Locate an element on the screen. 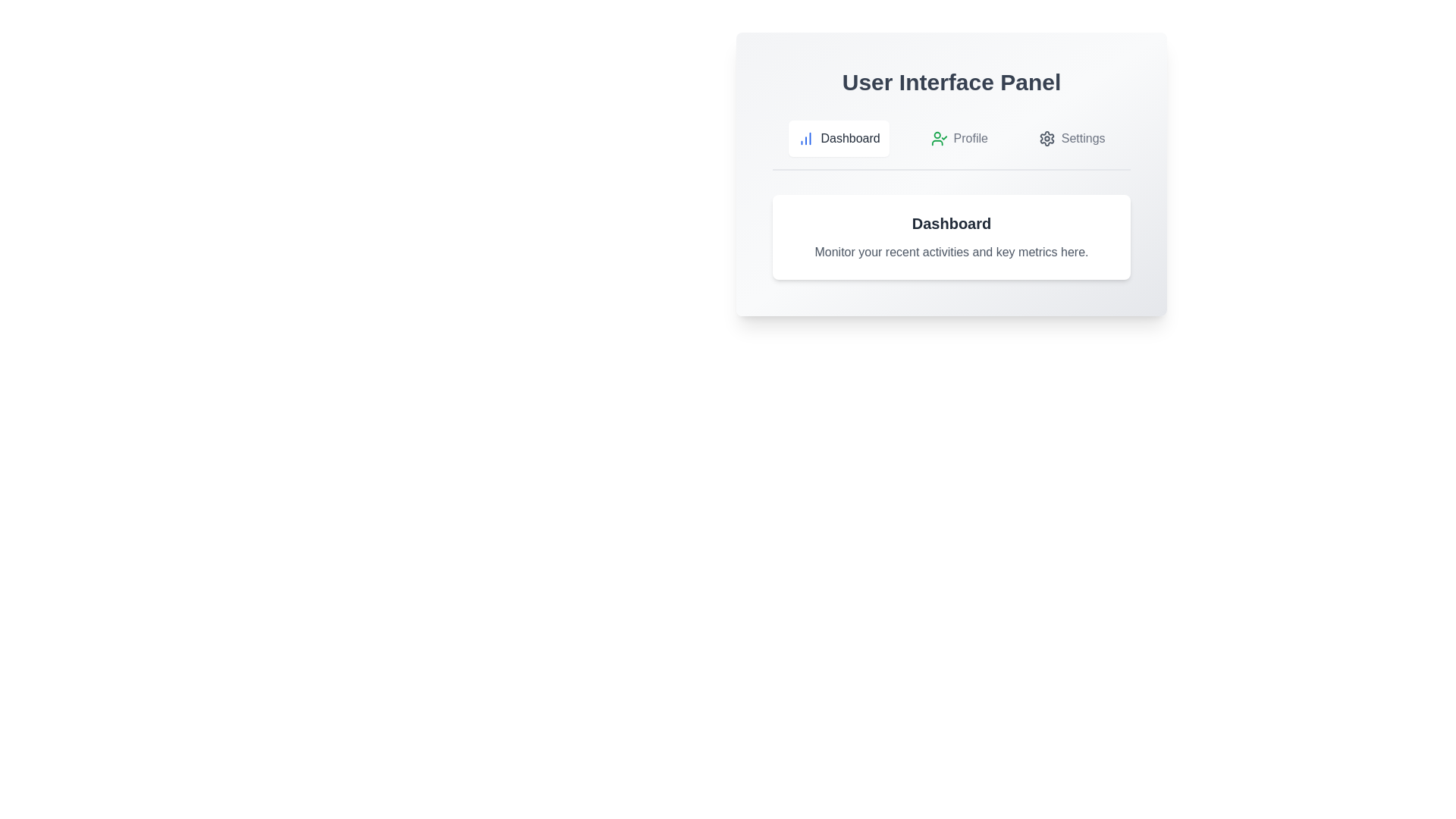 This screenshot has height=819, width=1456. the Profile button to observe its hover effect is located at coordinates (959, 138).